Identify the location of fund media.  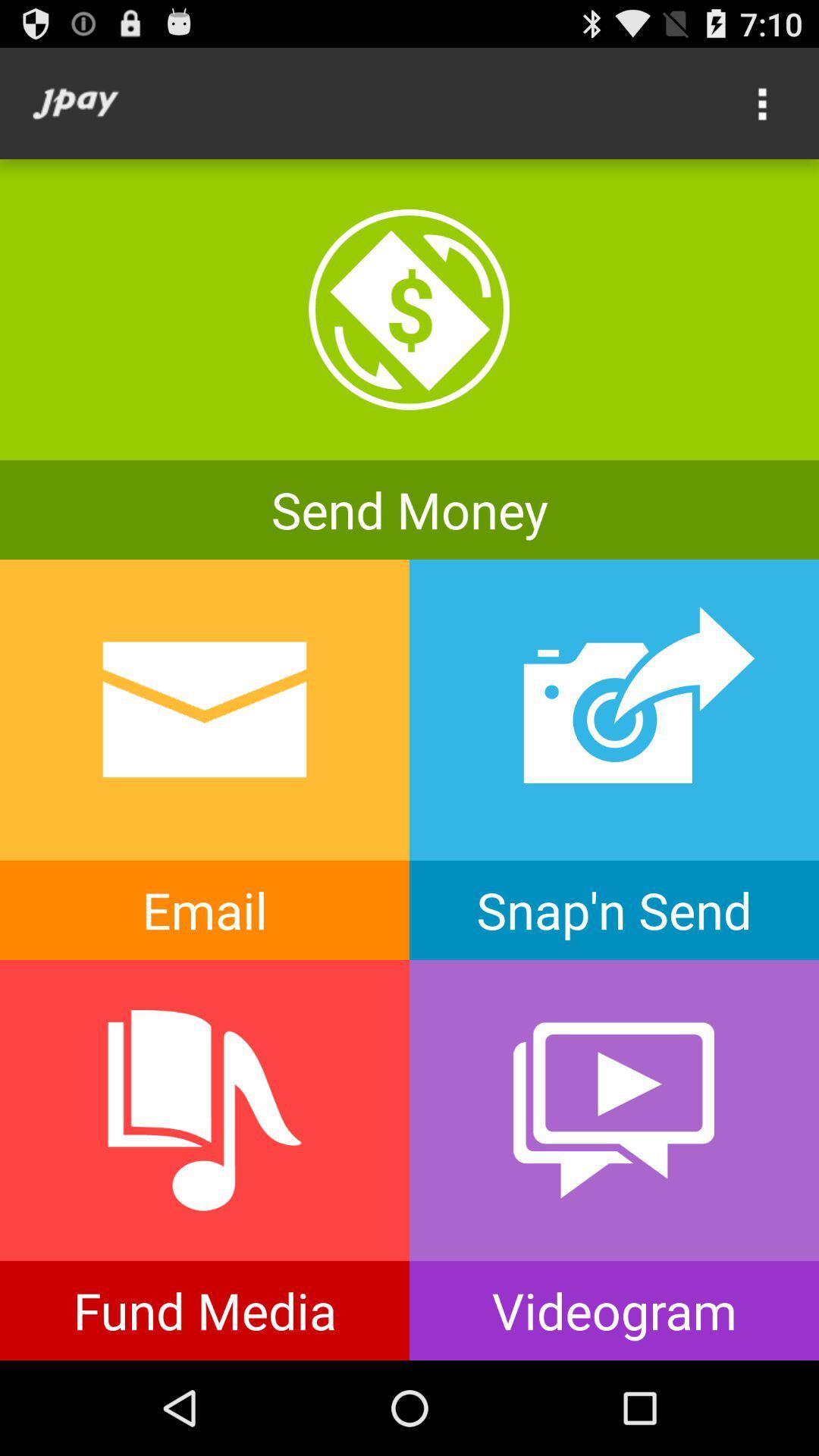
(205, 1159).